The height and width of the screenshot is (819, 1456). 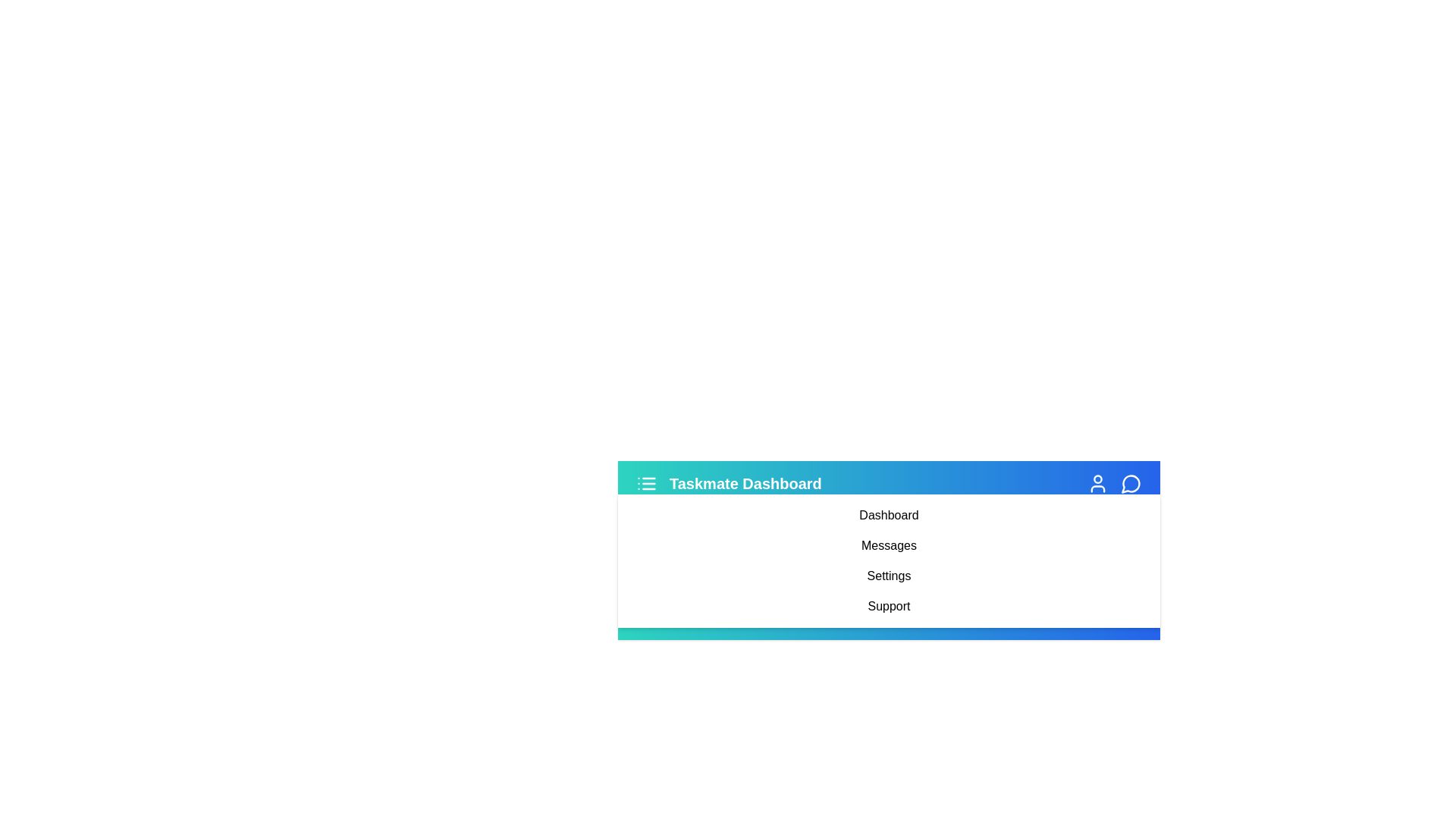 What do you see at coordinates (647, 483) in the screenshot?
I see `the hamburger menu icon to toggle the sidebar visibility` at bounding box center [647, 483].